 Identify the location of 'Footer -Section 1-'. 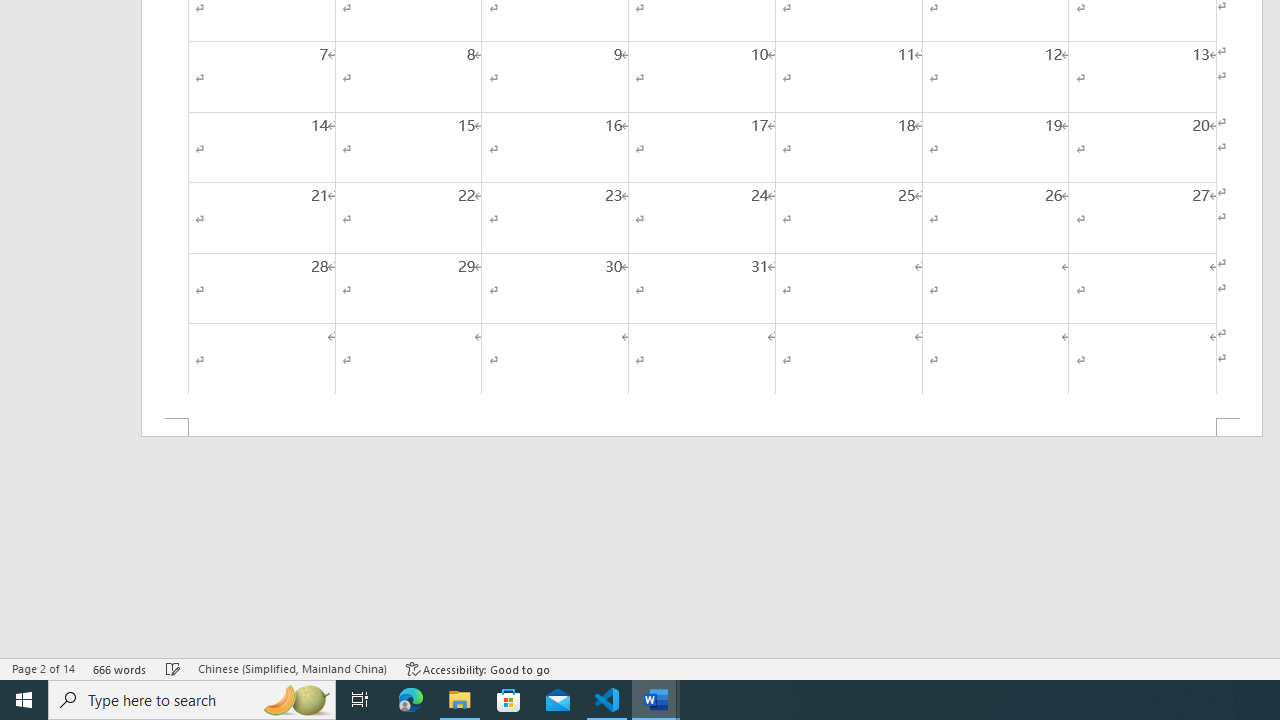
(702, 426).